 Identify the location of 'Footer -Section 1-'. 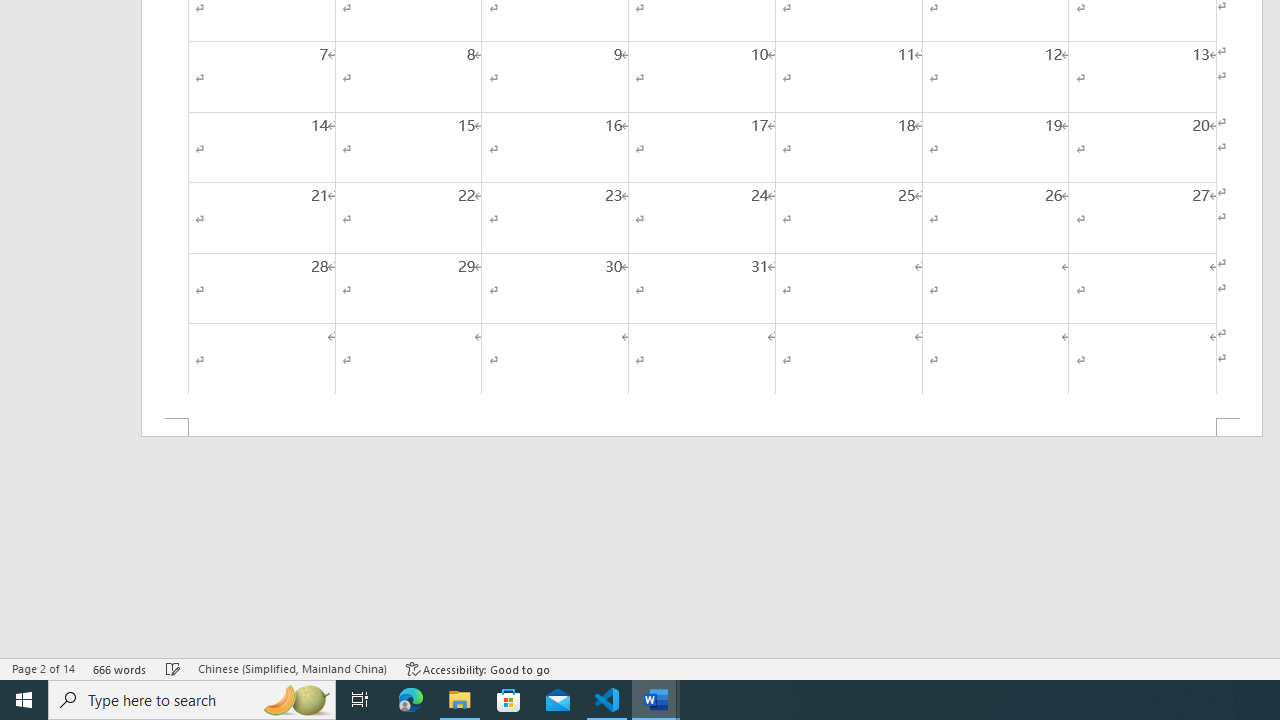
(702, 426).